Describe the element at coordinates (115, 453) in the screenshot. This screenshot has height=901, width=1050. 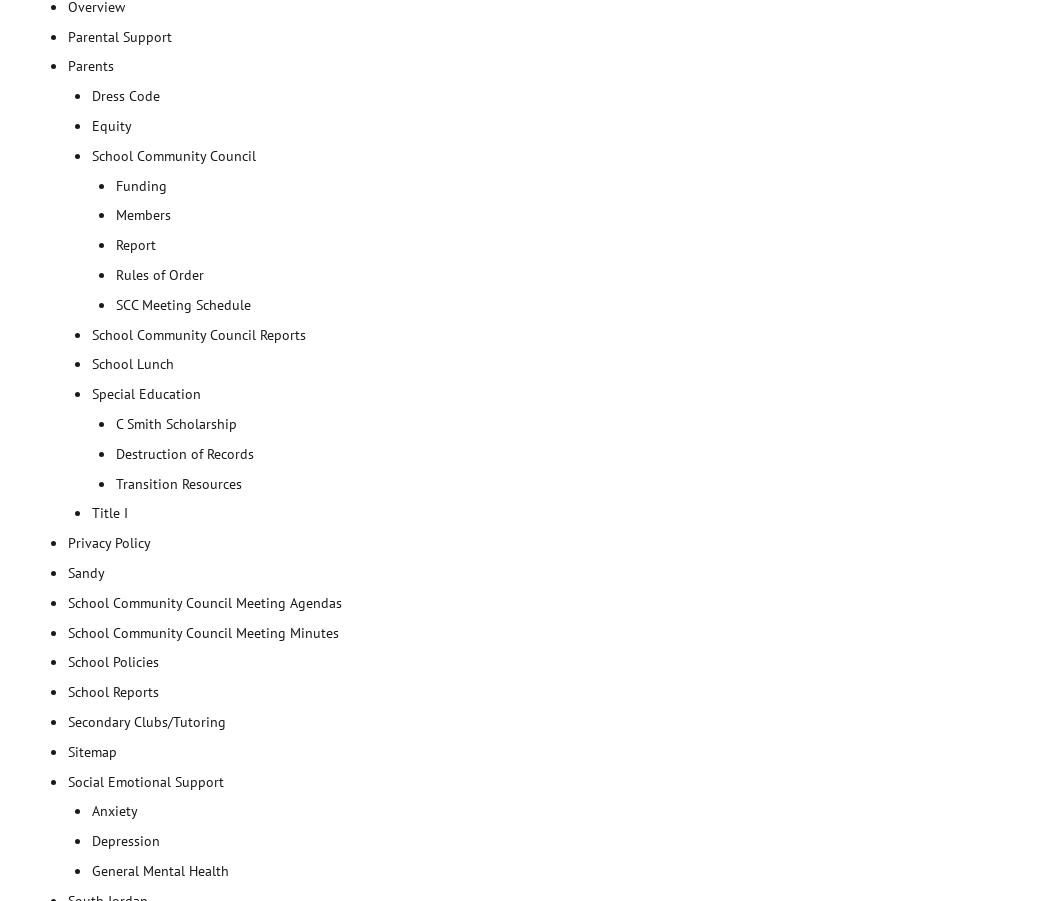
I see `'Destruction of Records'` at that location.